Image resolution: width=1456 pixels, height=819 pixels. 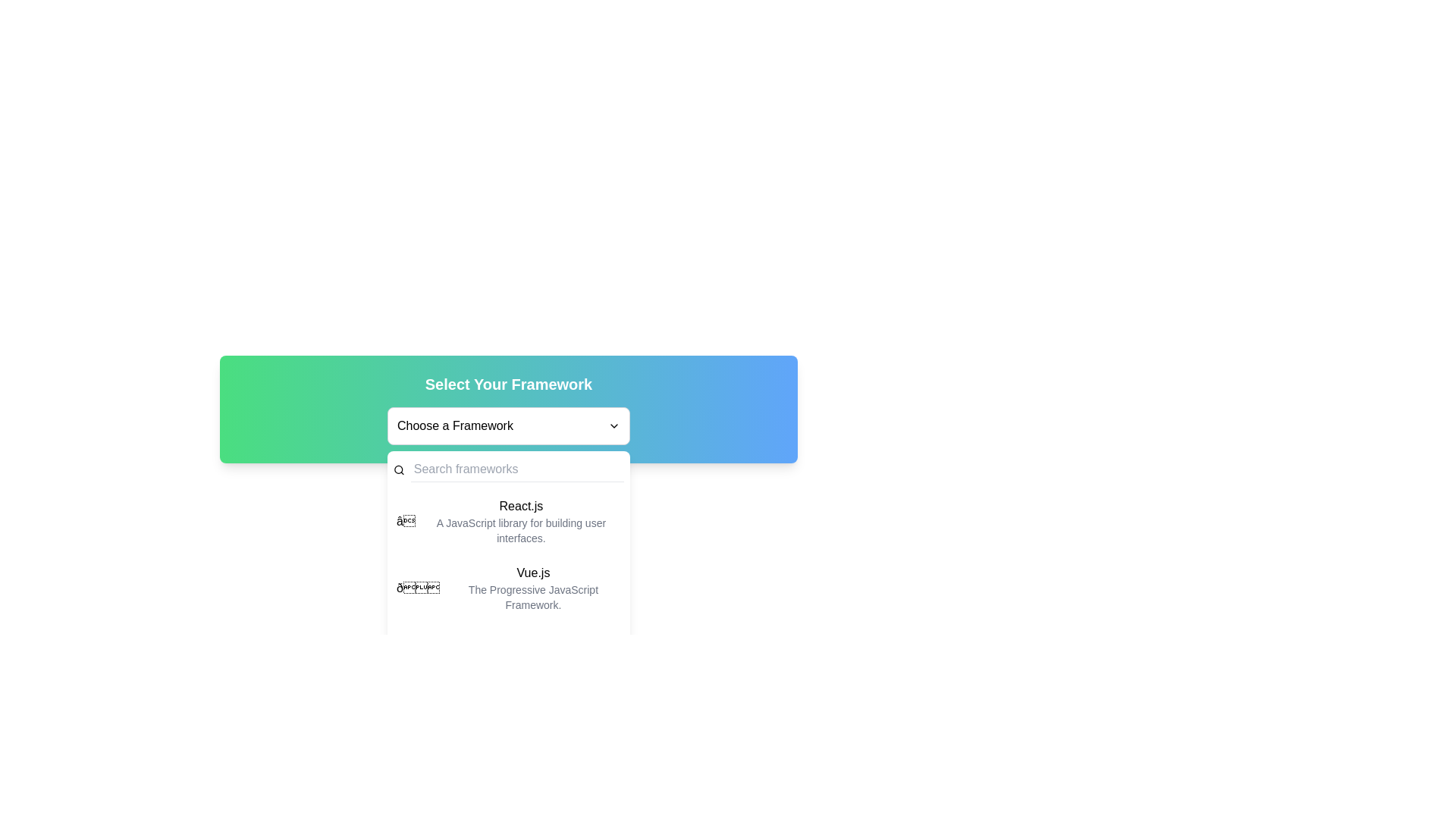 What do you see at coordinates (521, 506) in the screenshot?
I see `the label or title text that identifies the React.js item in the dropdown menu, positioned above the descriptive text` at bounding box center [521, 506].